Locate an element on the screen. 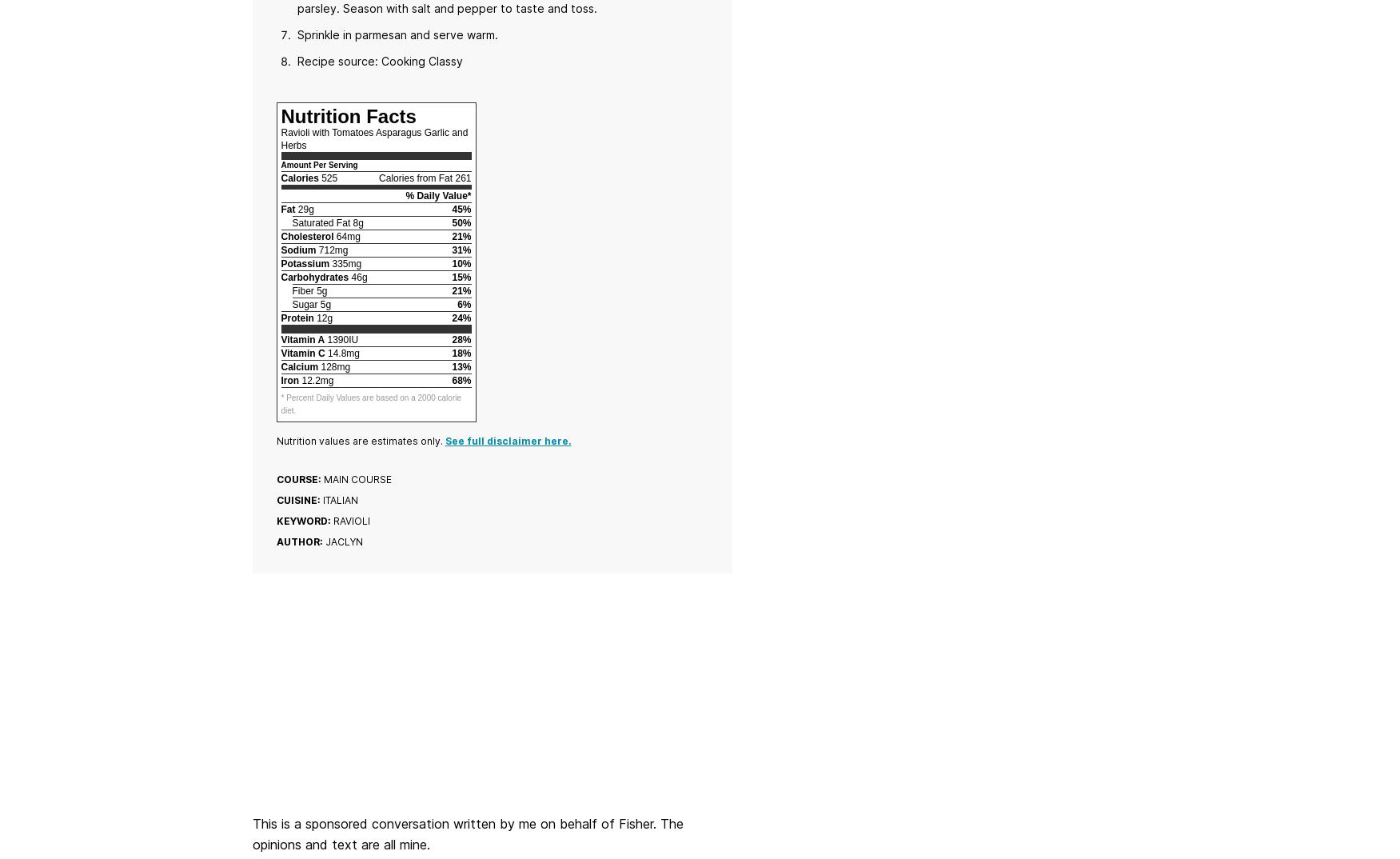 This screenshot has height=859, width=1400. '31%' is located at coordinates (461, 250).